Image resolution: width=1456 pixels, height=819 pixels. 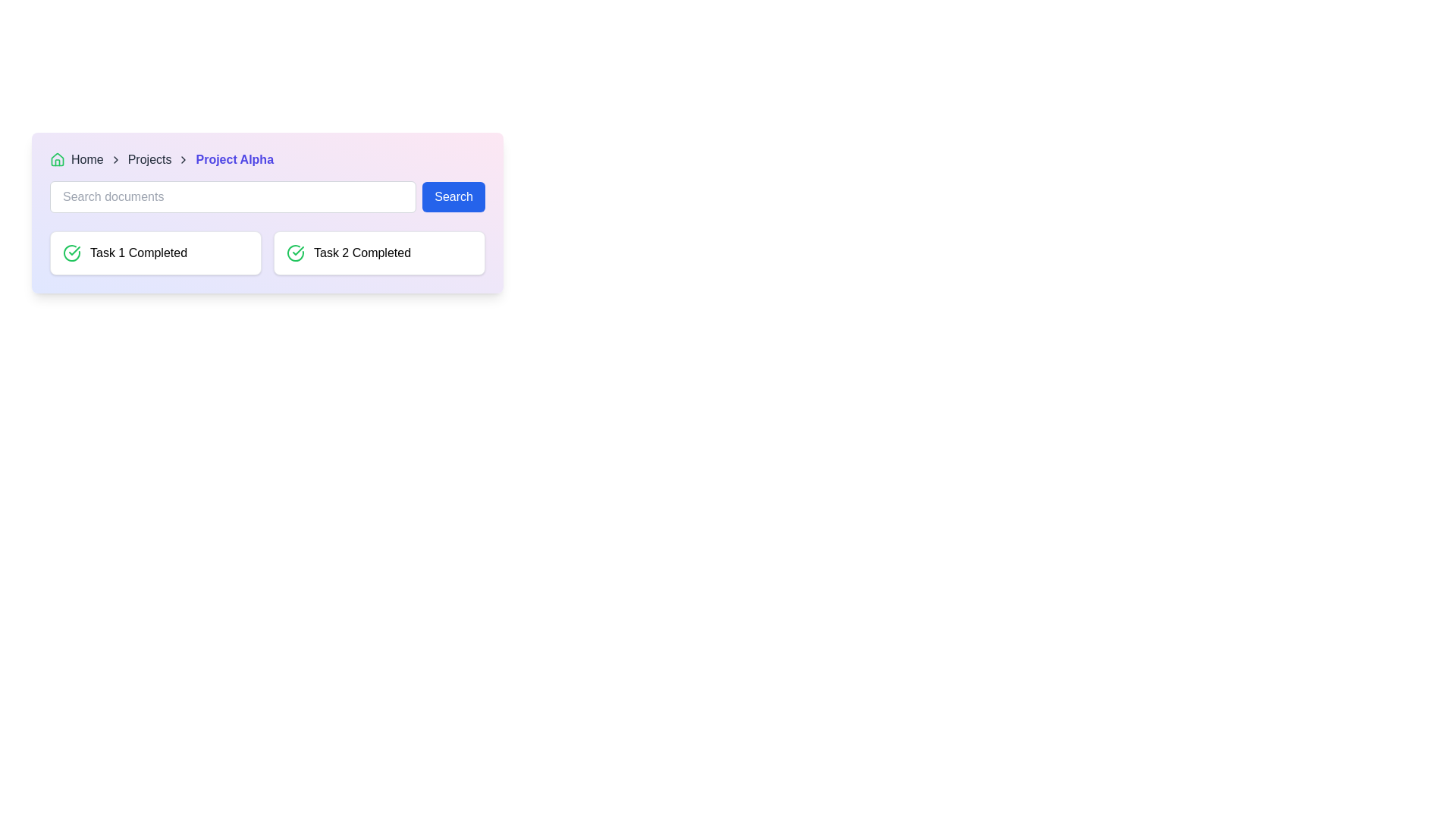 I want to click on the 'Search' button, which is a rectangular button with rounded corners, blue background, and white text, to initiate a search, so click(x=453, y=196).